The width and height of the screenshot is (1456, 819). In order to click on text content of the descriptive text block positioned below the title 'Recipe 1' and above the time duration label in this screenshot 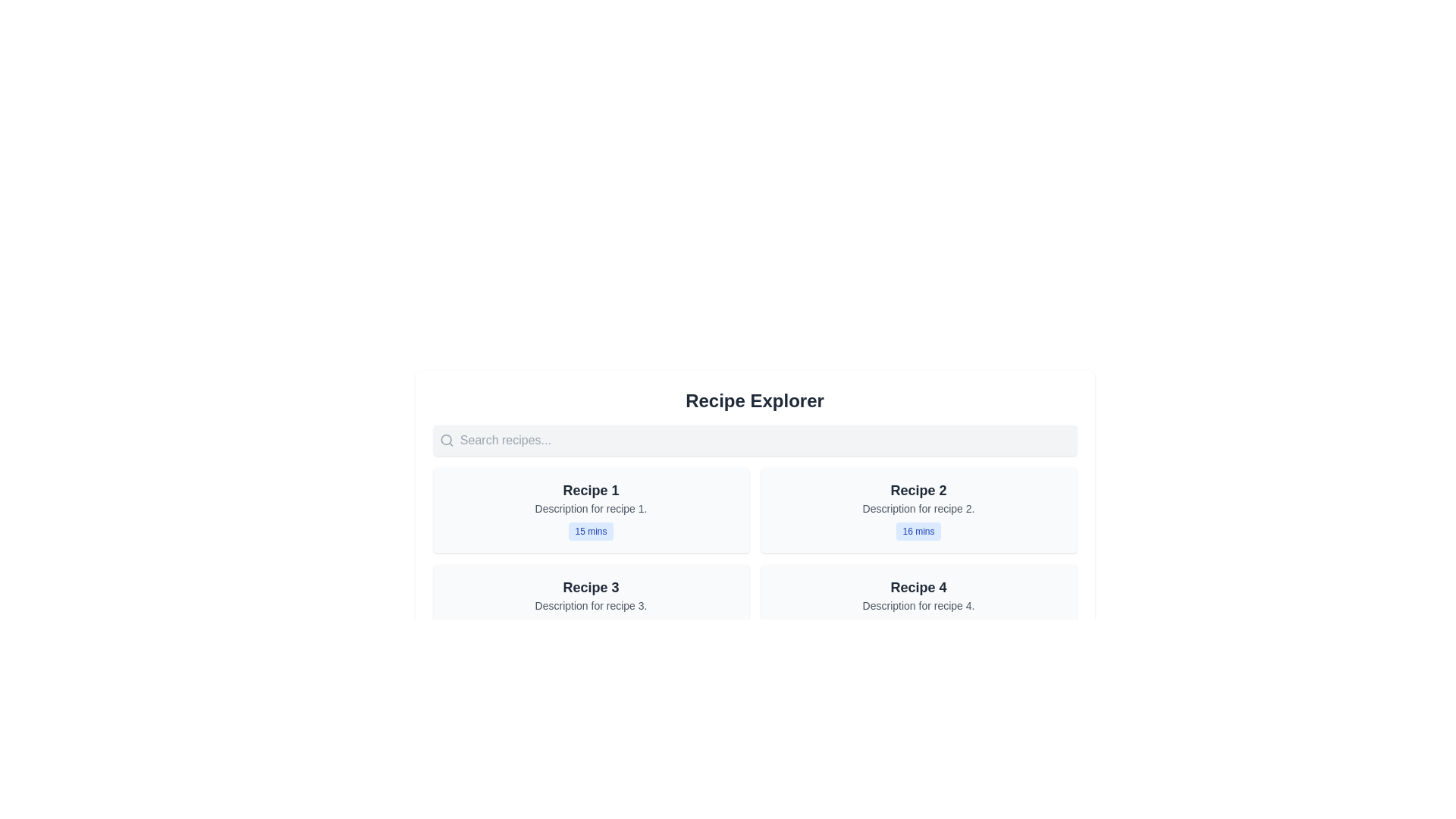, I will do `click(590, 509)`.